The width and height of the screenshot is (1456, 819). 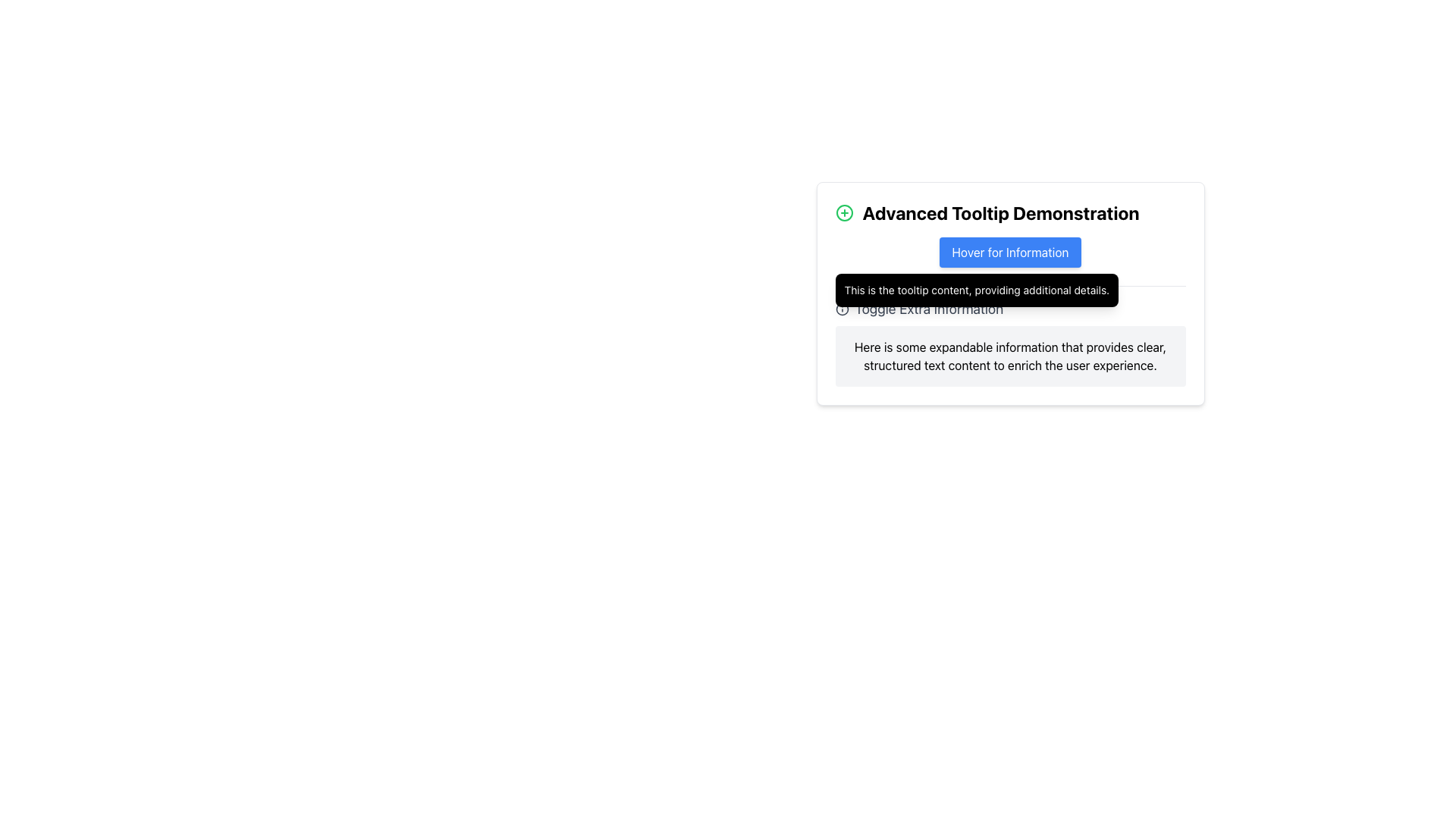 What do you see at coordinates (1010, 251) in the screenshot?
I see `the blue button with rounded corners labeled 'Hover for Information', which is centrally located above a black tooltip box` at bounding box center [1010, 251].